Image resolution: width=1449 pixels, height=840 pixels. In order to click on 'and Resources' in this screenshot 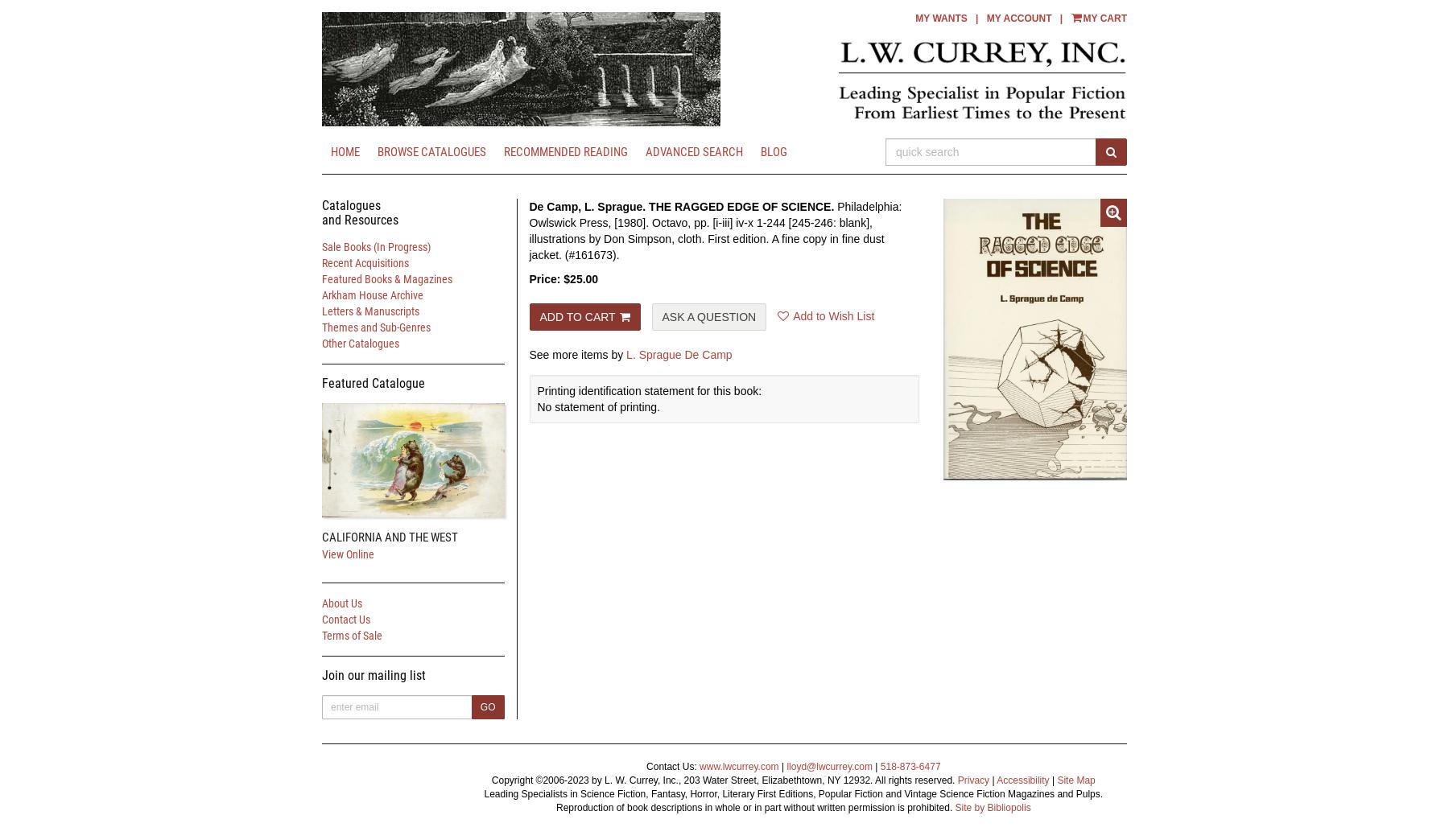, I will do `click(321, 218)`.